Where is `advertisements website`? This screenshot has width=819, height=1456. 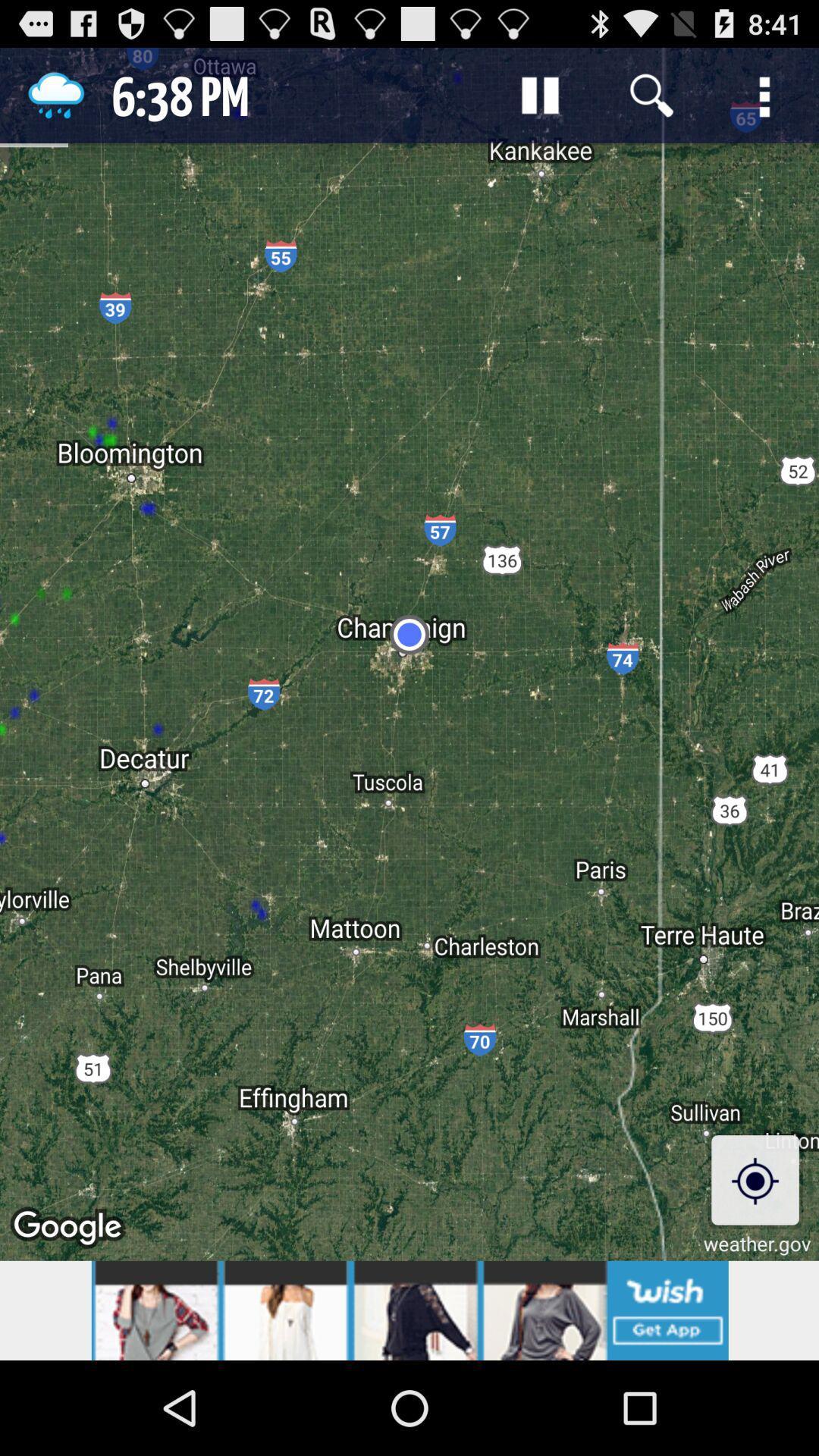 advertisements website is located at coordinates (409, 1310).